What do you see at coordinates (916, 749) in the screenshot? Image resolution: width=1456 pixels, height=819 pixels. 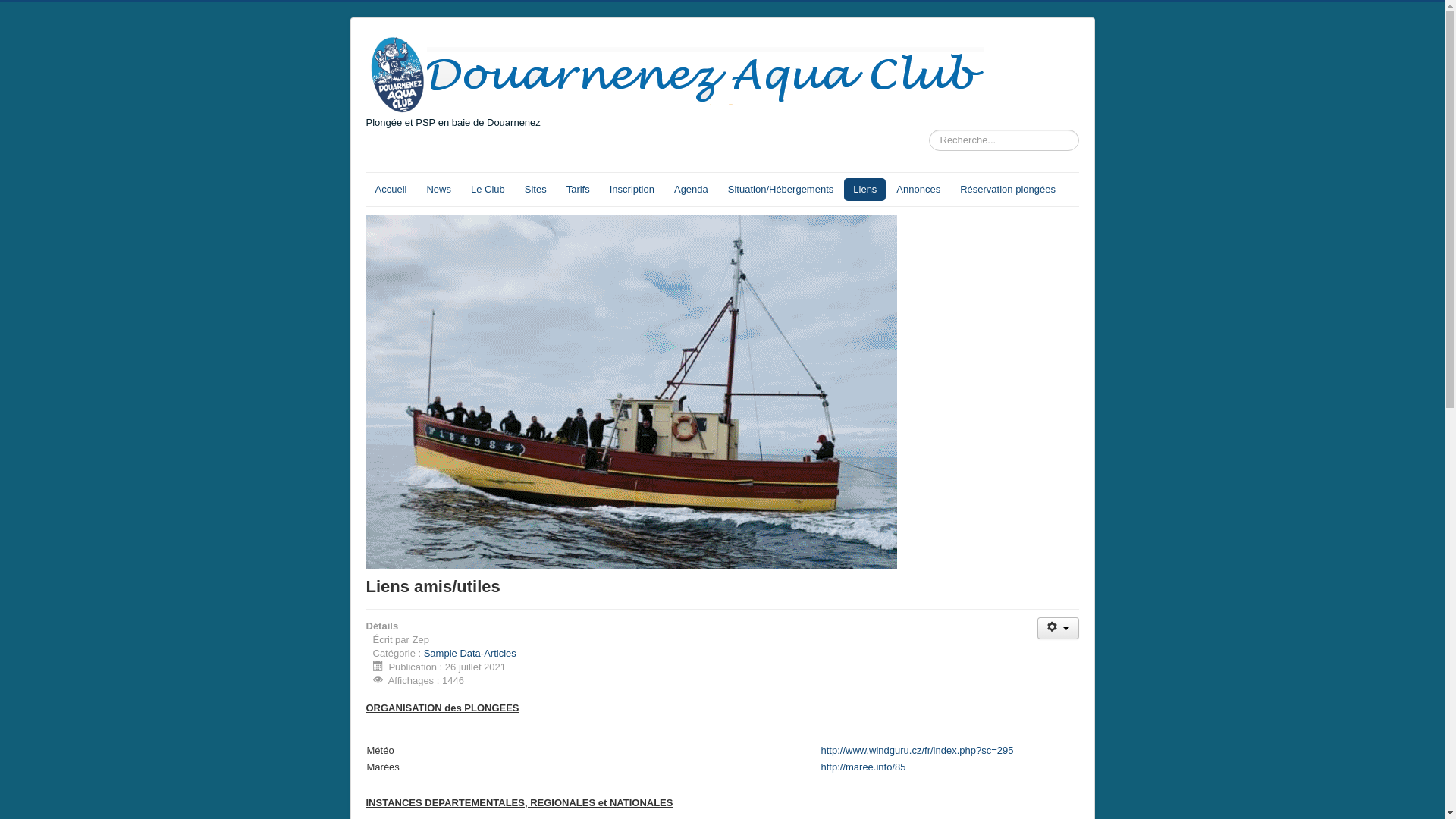 I see `'http://www.windguru.cz/fr/index.php?sc=295'` at bounding box center [916, 749].